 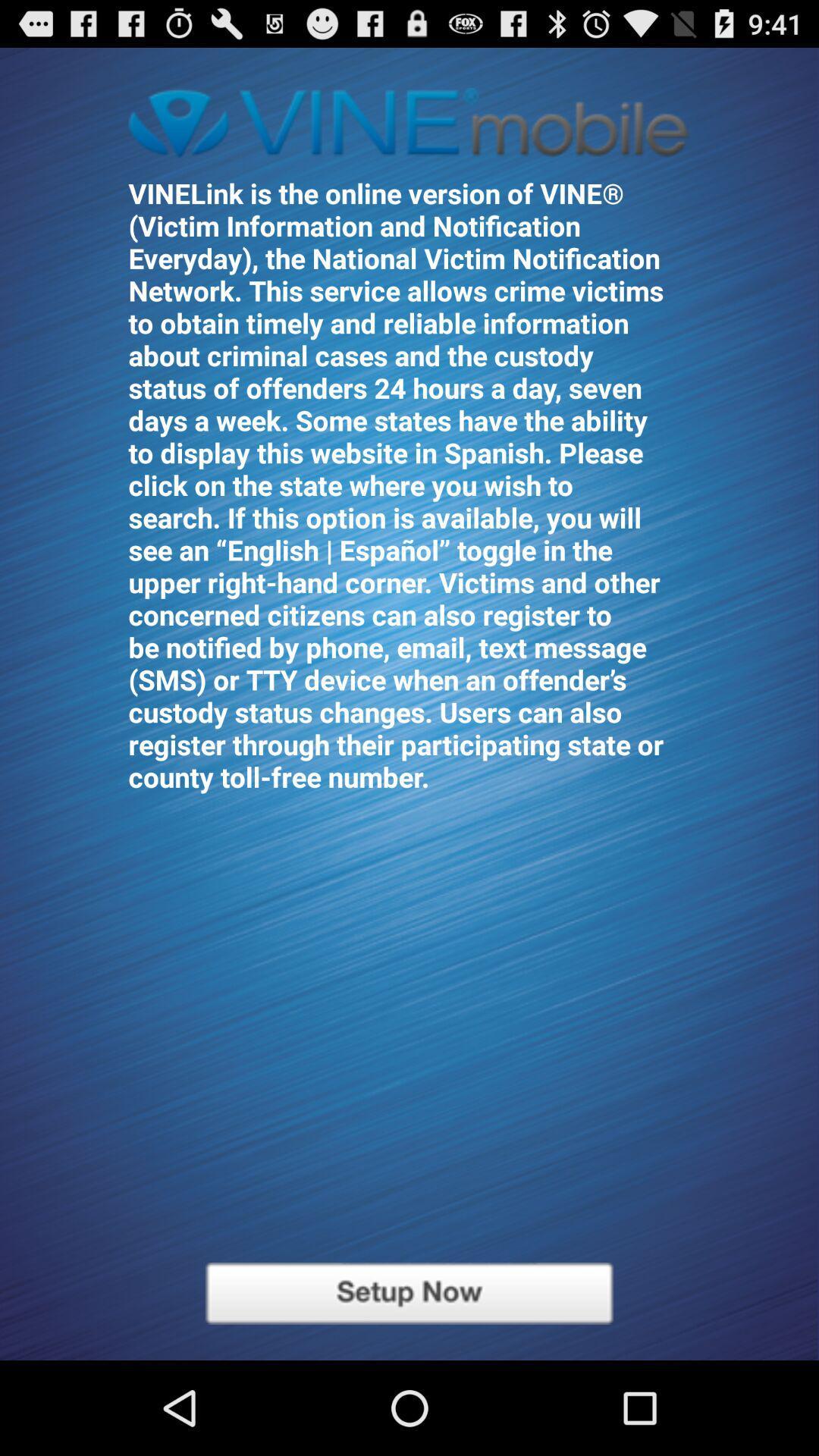 I want to click on the sliders icon, so click(x=409, y=1384).